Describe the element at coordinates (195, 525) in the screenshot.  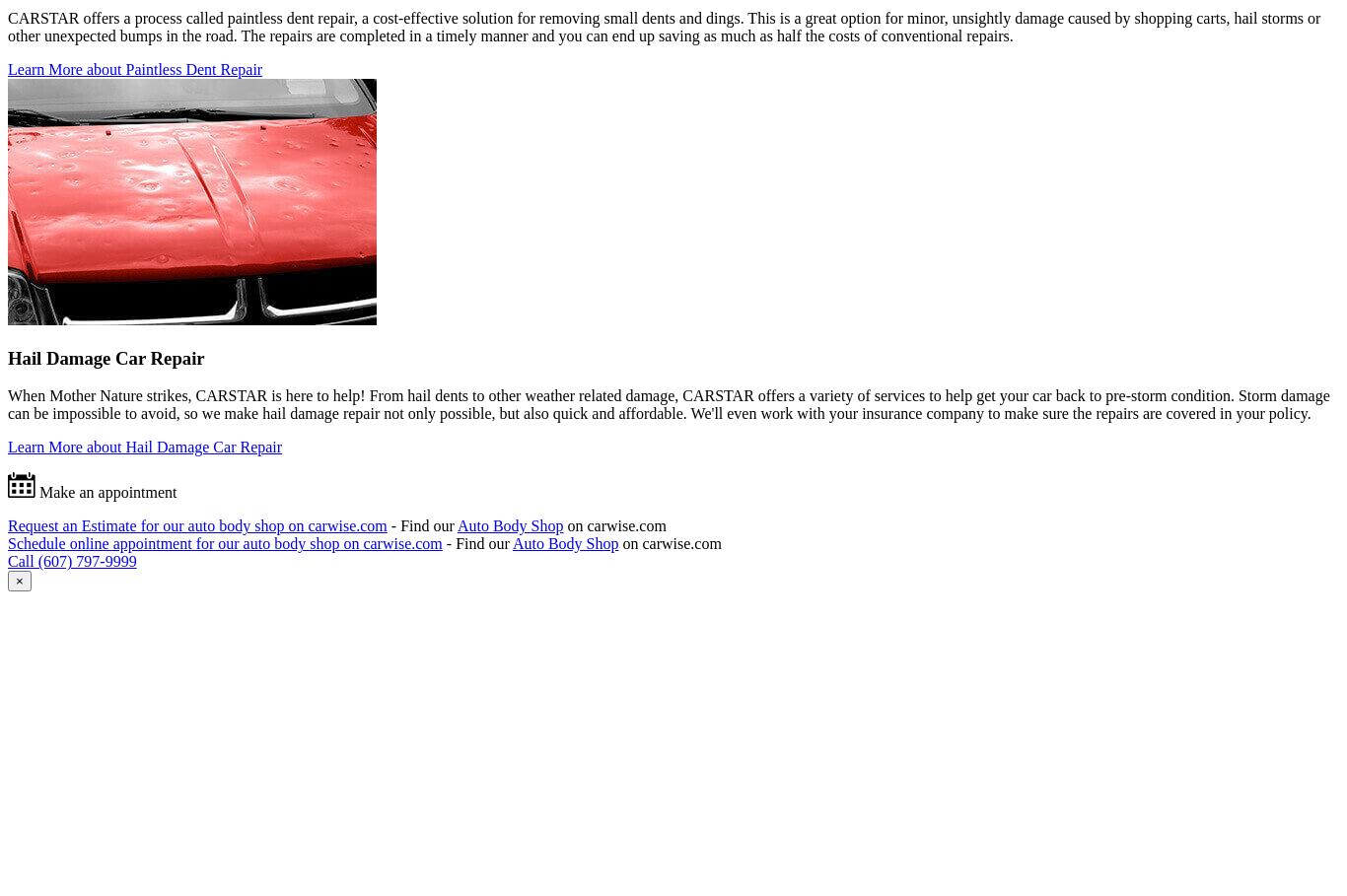
I see `'Request an Estimate for our auto body shop on carwise.com'` at that location.